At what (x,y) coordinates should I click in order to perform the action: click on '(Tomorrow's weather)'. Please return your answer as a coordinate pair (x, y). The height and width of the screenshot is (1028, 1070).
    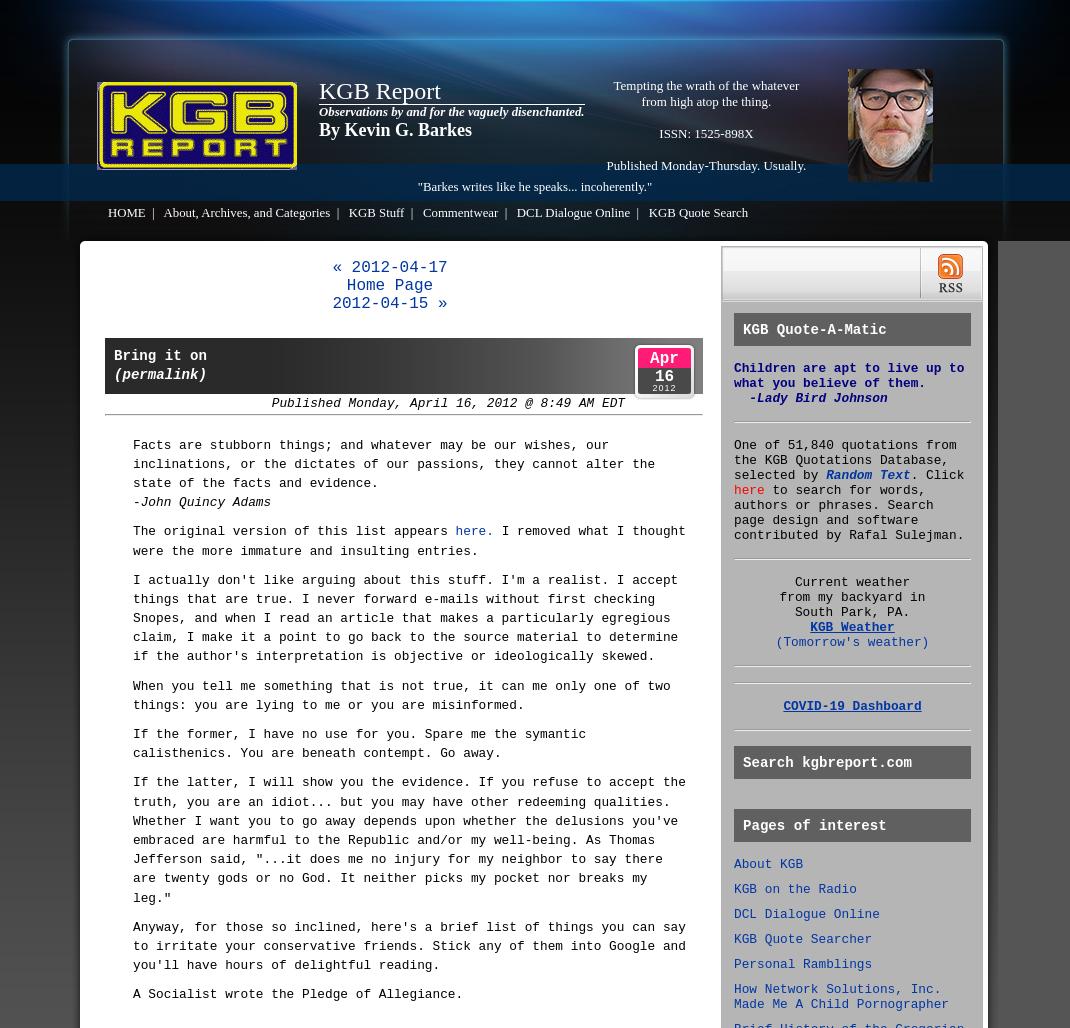
    Looking at the image, I should click on (852, 641).